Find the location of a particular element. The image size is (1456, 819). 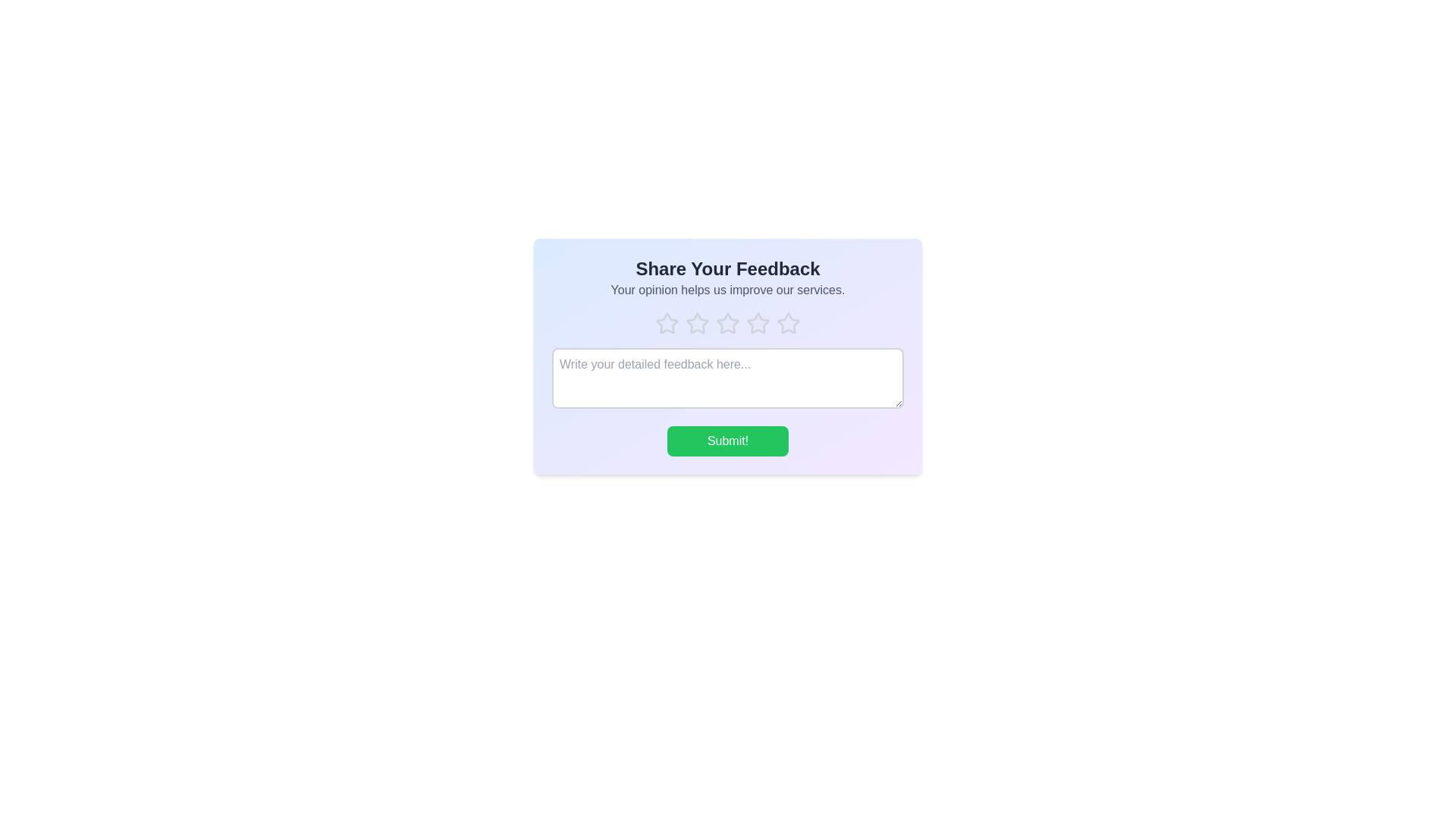

the submit button to submit the feedback is located at coordinates (728, 441).